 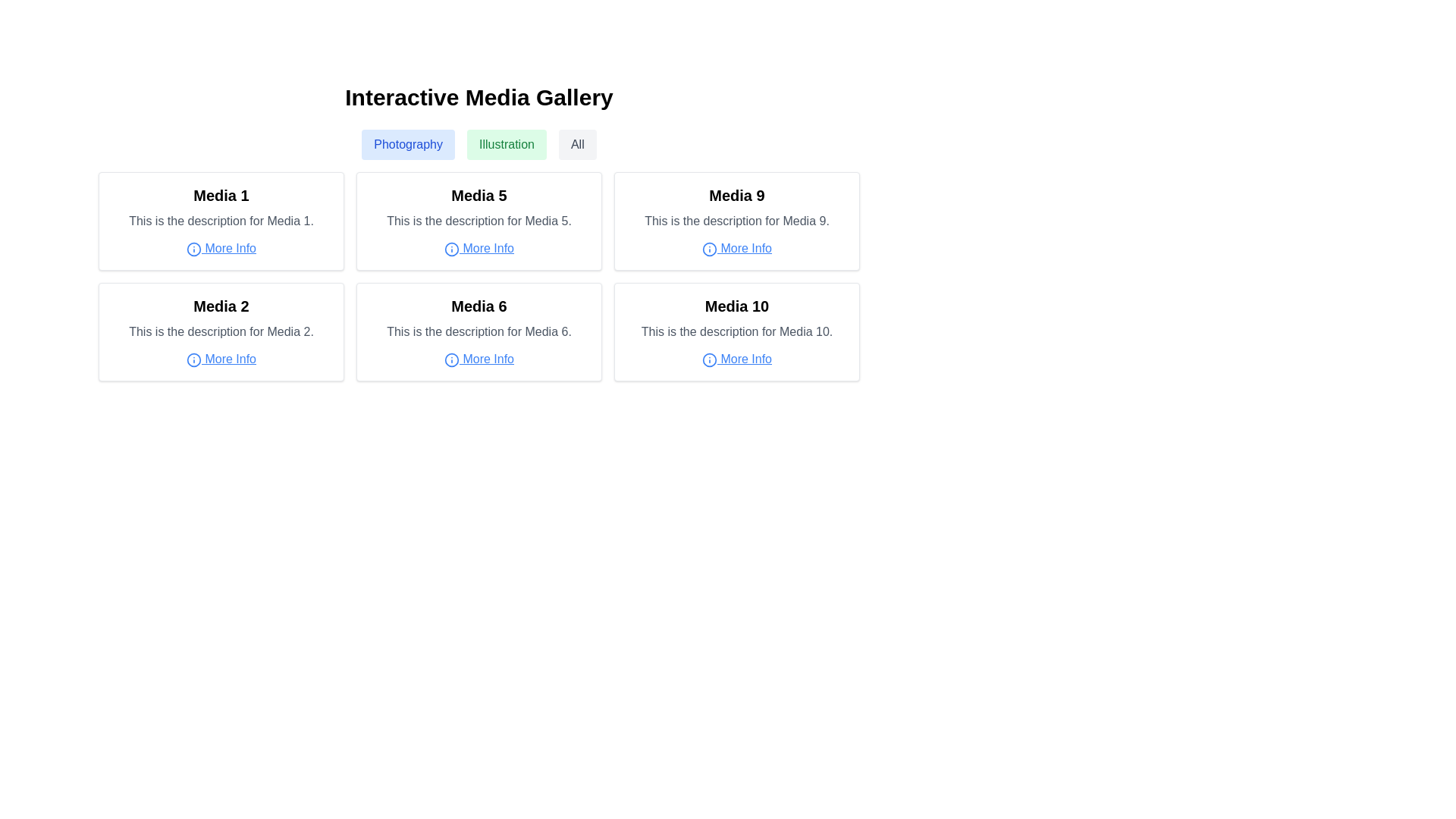 I want to click on the circular 'i' icon next to the 'More Info' hyperlink, so click(x=221, y=359).